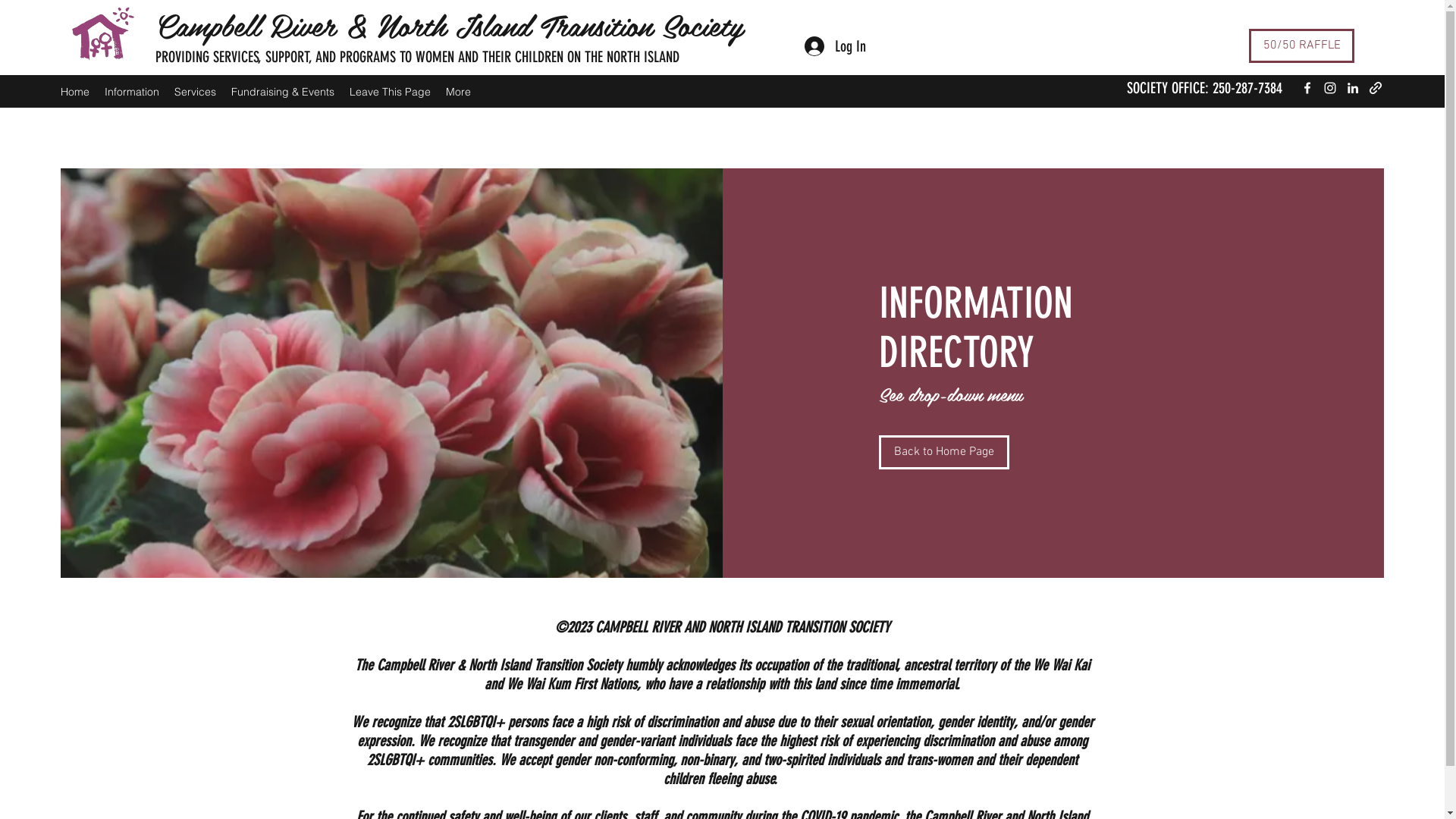 The height and width of the screenshot is (819, 1456). I want to click on 'Back to Home Page', so click(943, 451).